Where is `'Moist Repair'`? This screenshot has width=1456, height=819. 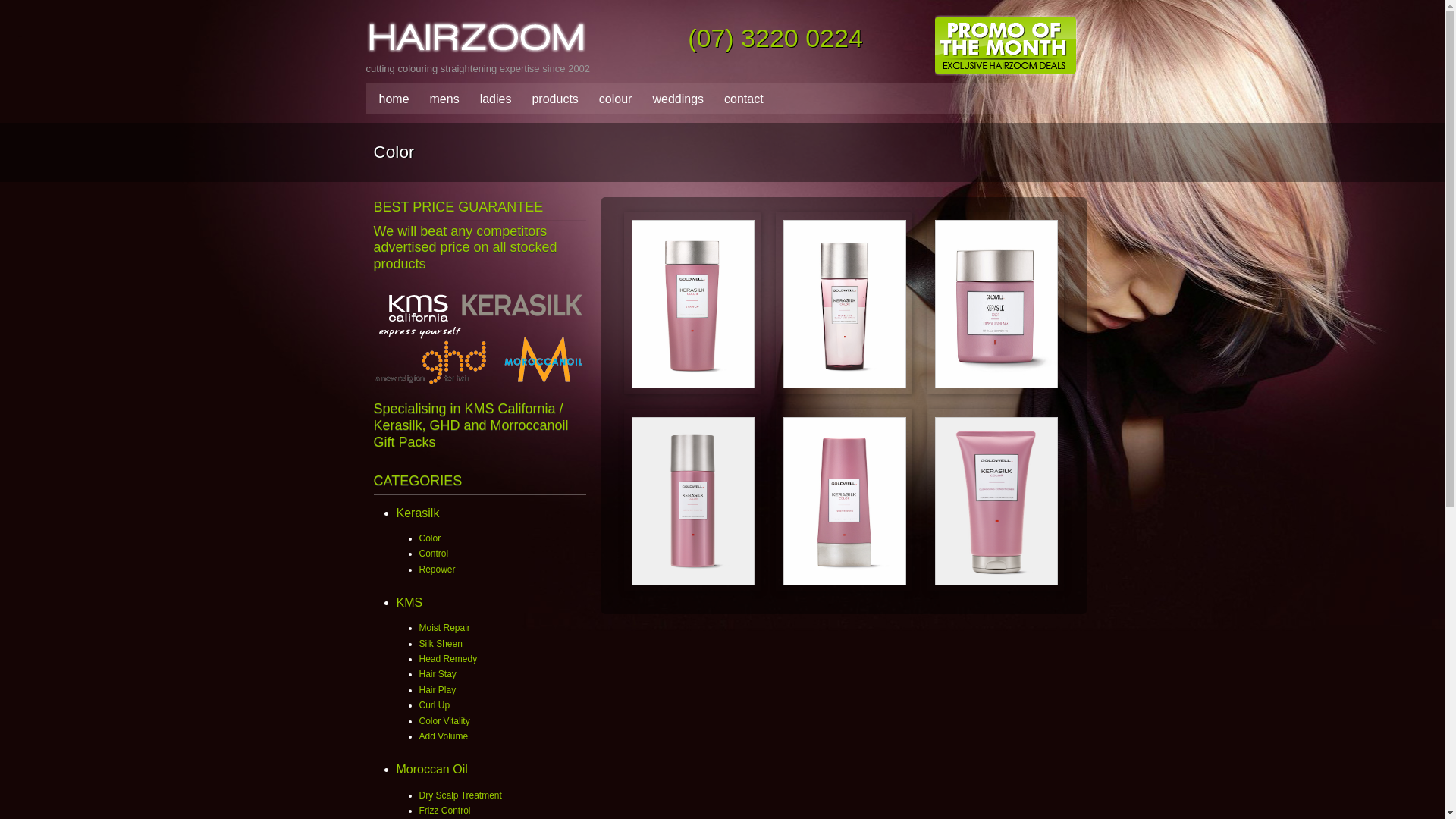
'Moist Repair' is located at coordinates (443, 628).